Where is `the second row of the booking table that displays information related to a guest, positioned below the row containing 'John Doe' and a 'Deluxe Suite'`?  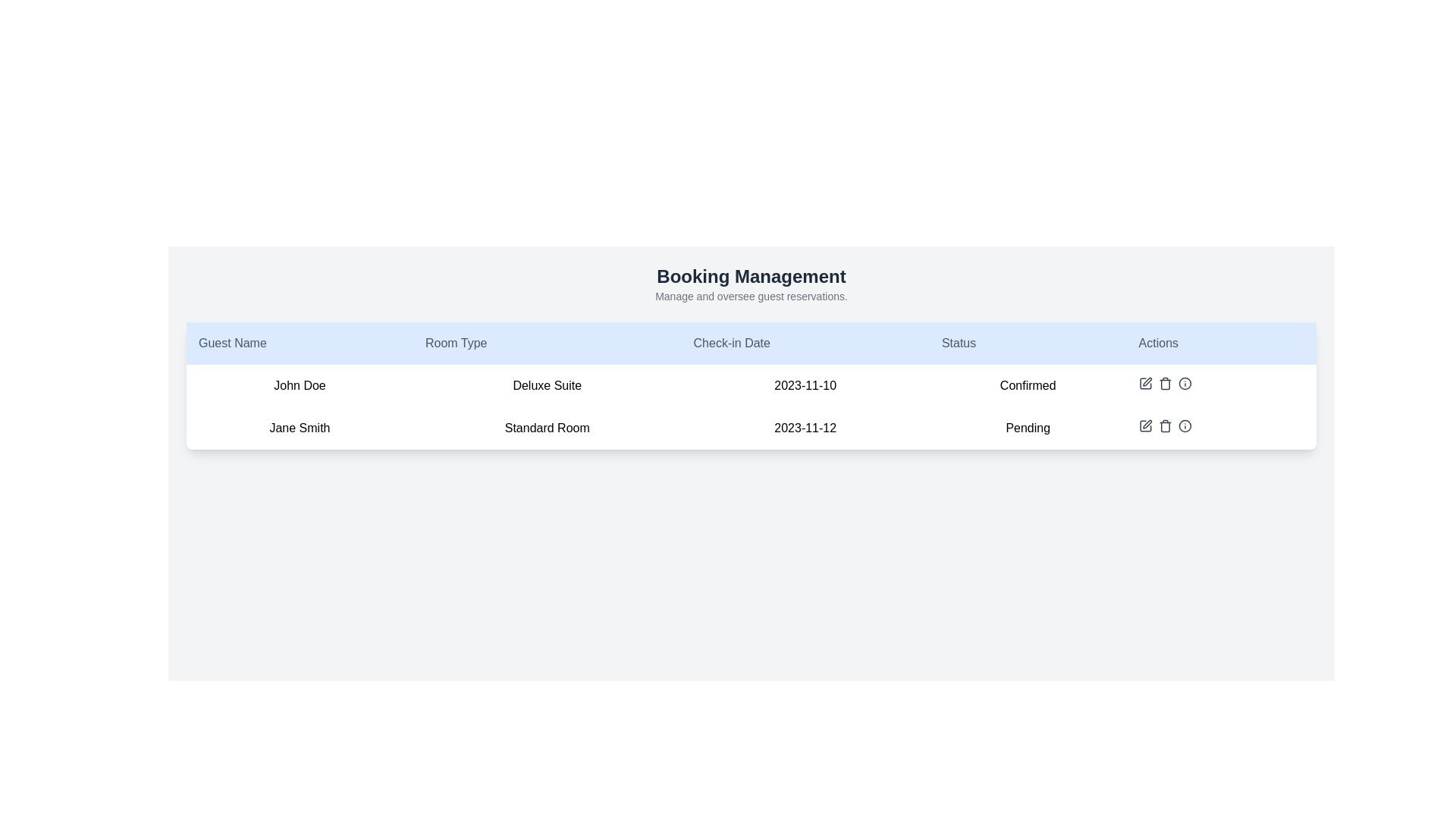
the second row of the booking table that displays information related to a guest, positioned below the row containing 'John Doe' and a 'Deluxe Suite' is located at coordinates (751, 428).